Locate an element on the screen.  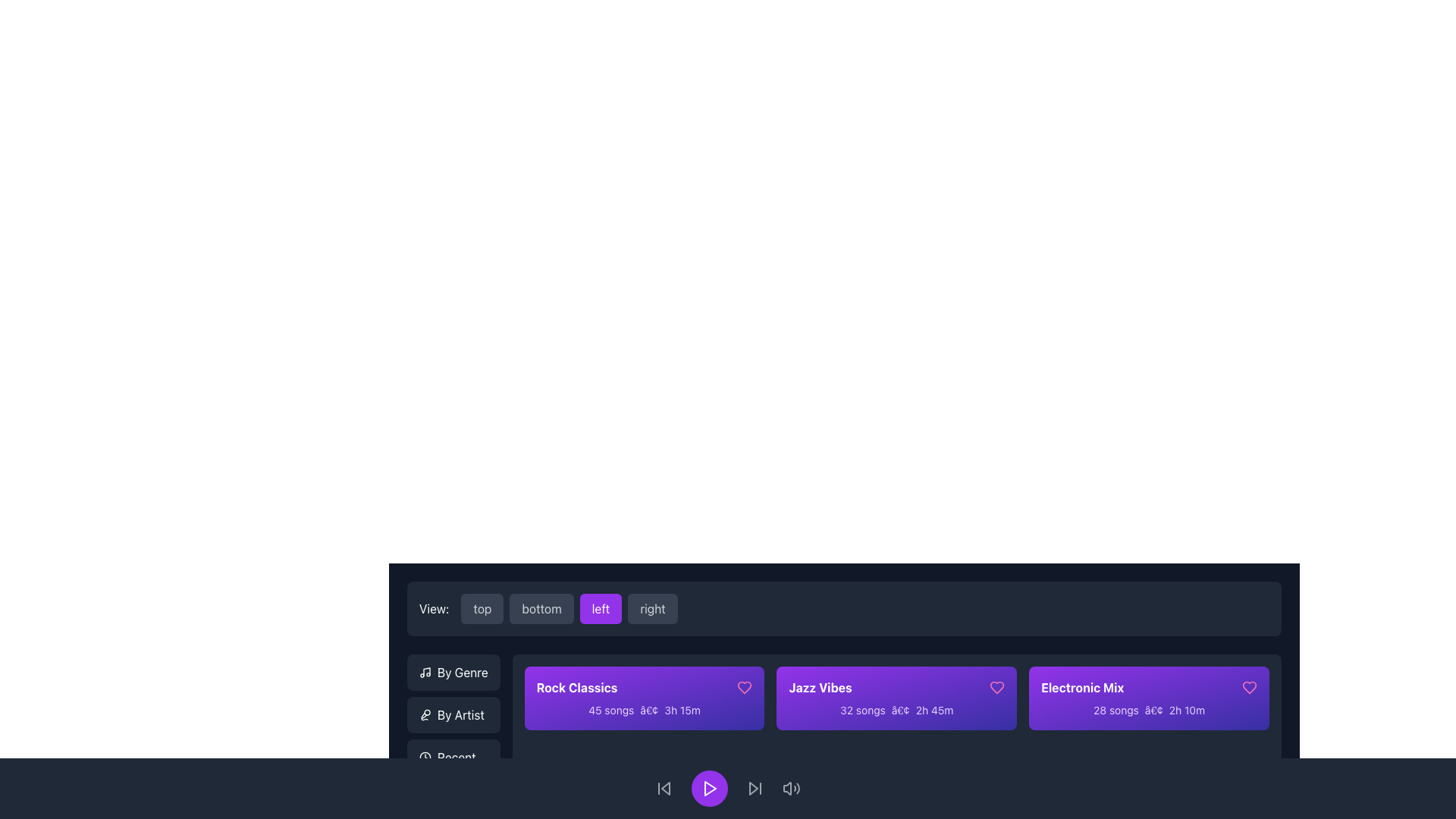
the 'By Genre' button, which is a labeled button featuring a musical note icon and white text on a dark background, located in the sidebar, second from the top is located at coordinates (453, 672).